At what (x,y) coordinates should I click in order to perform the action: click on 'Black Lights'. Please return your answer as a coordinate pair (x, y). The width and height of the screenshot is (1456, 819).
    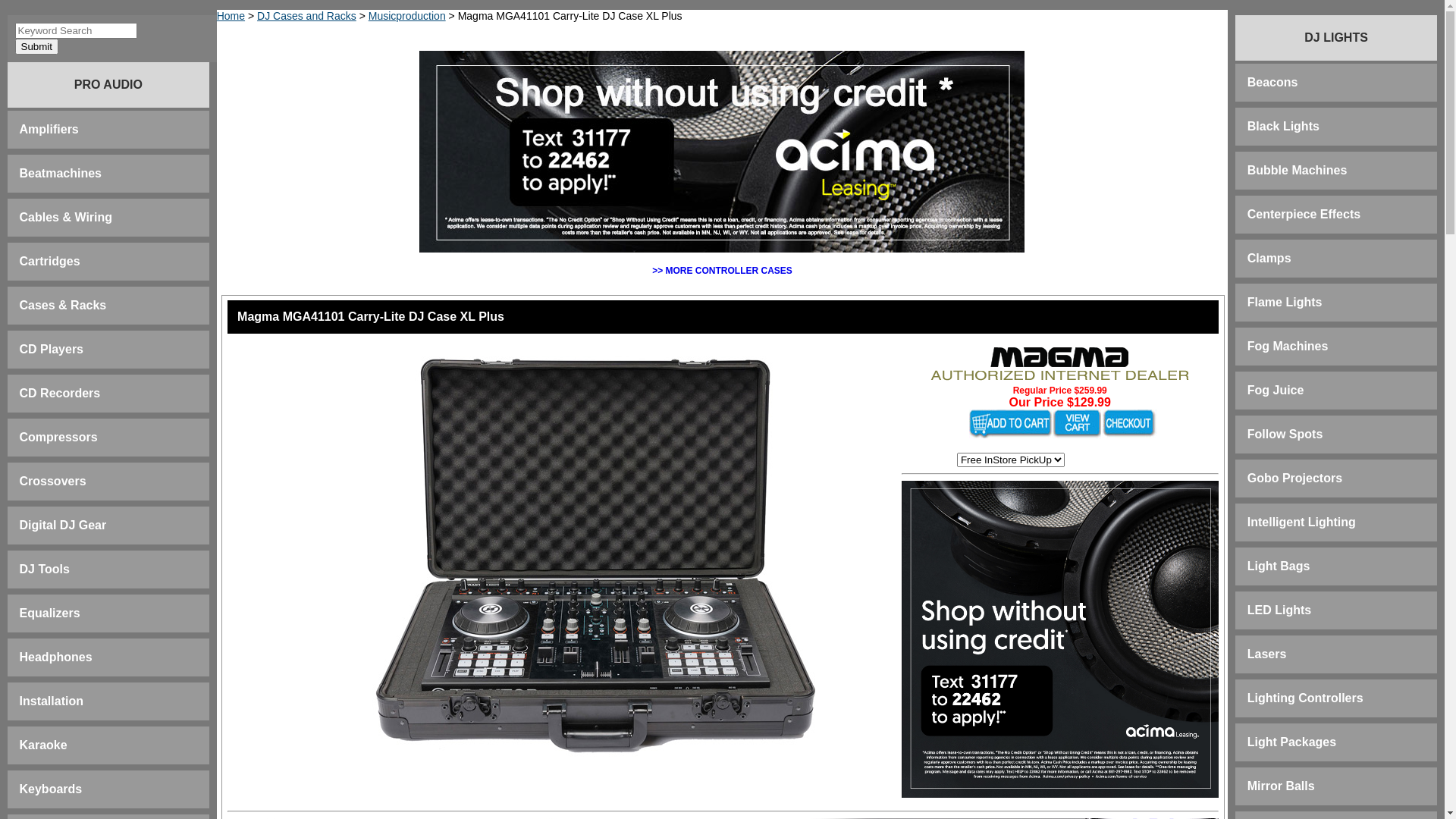
    Looking at the image, I should click on (1282, 125).